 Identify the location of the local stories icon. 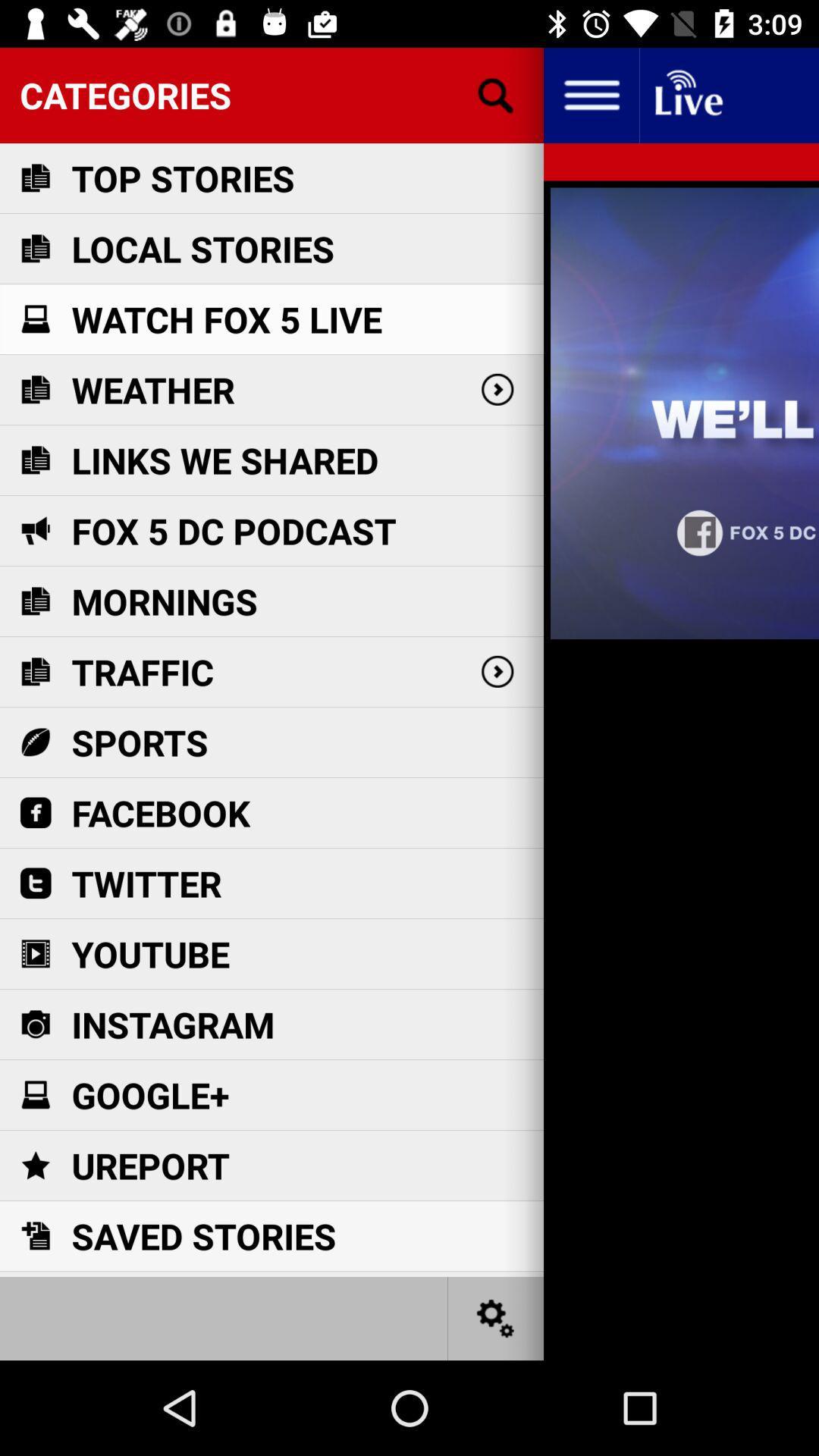
(202, 249).